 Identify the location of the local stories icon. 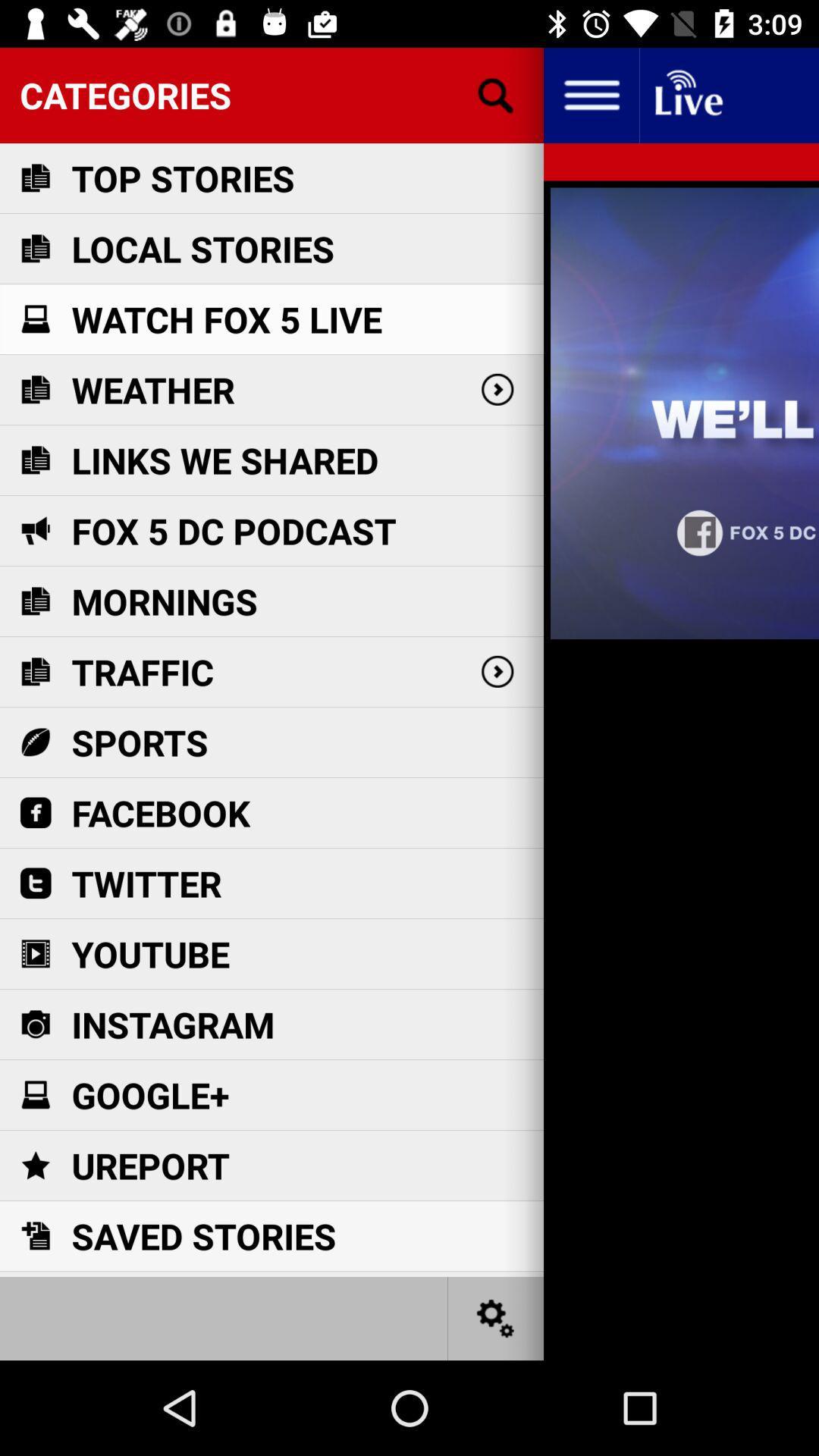
(202, 249).